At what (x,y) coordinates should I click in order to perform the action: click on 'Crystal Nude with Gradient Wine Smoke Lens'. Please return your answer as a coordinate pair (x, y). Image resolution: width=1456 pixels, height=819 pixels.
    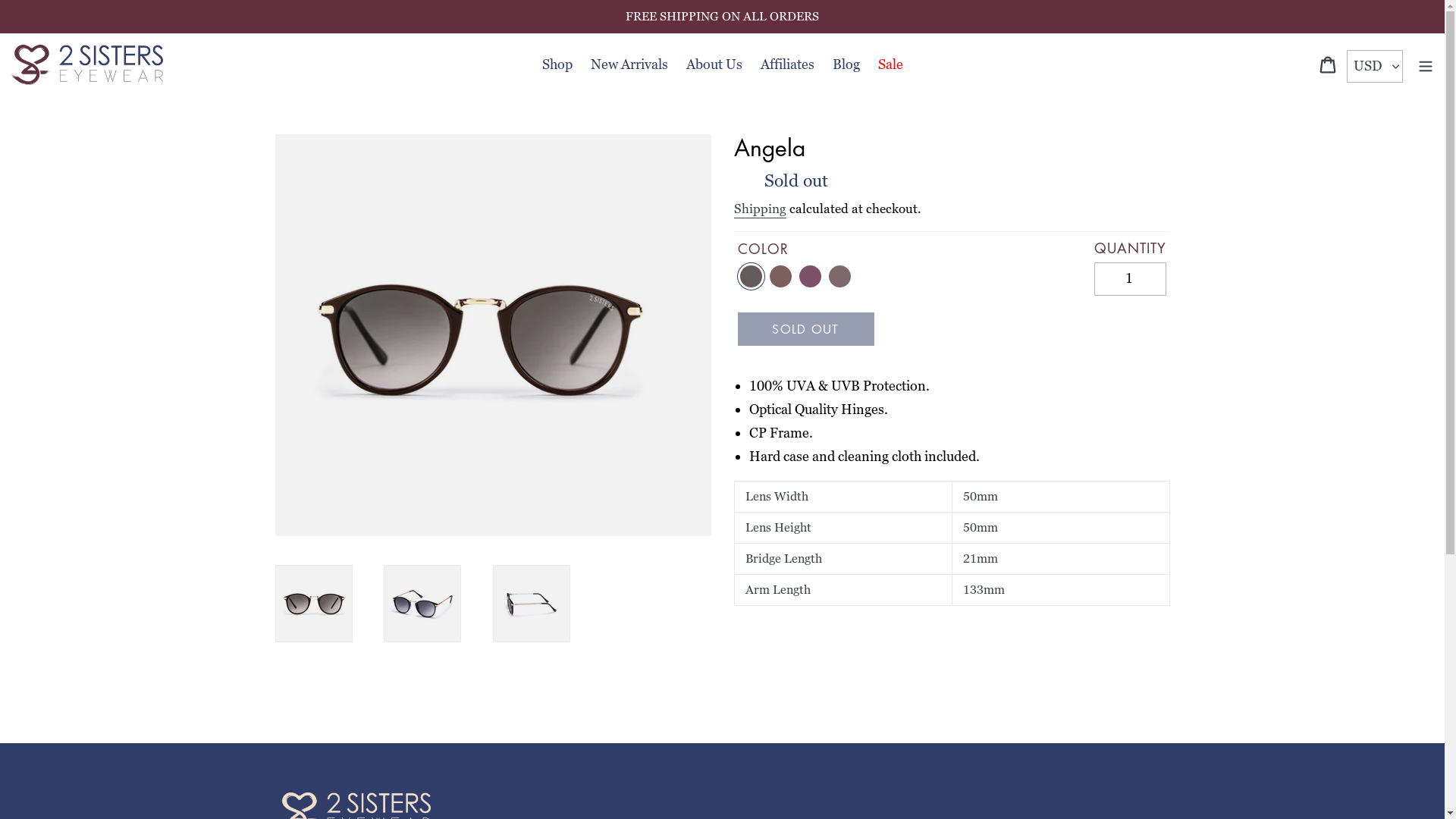
    Looking at the image, I should click on (839, 276).